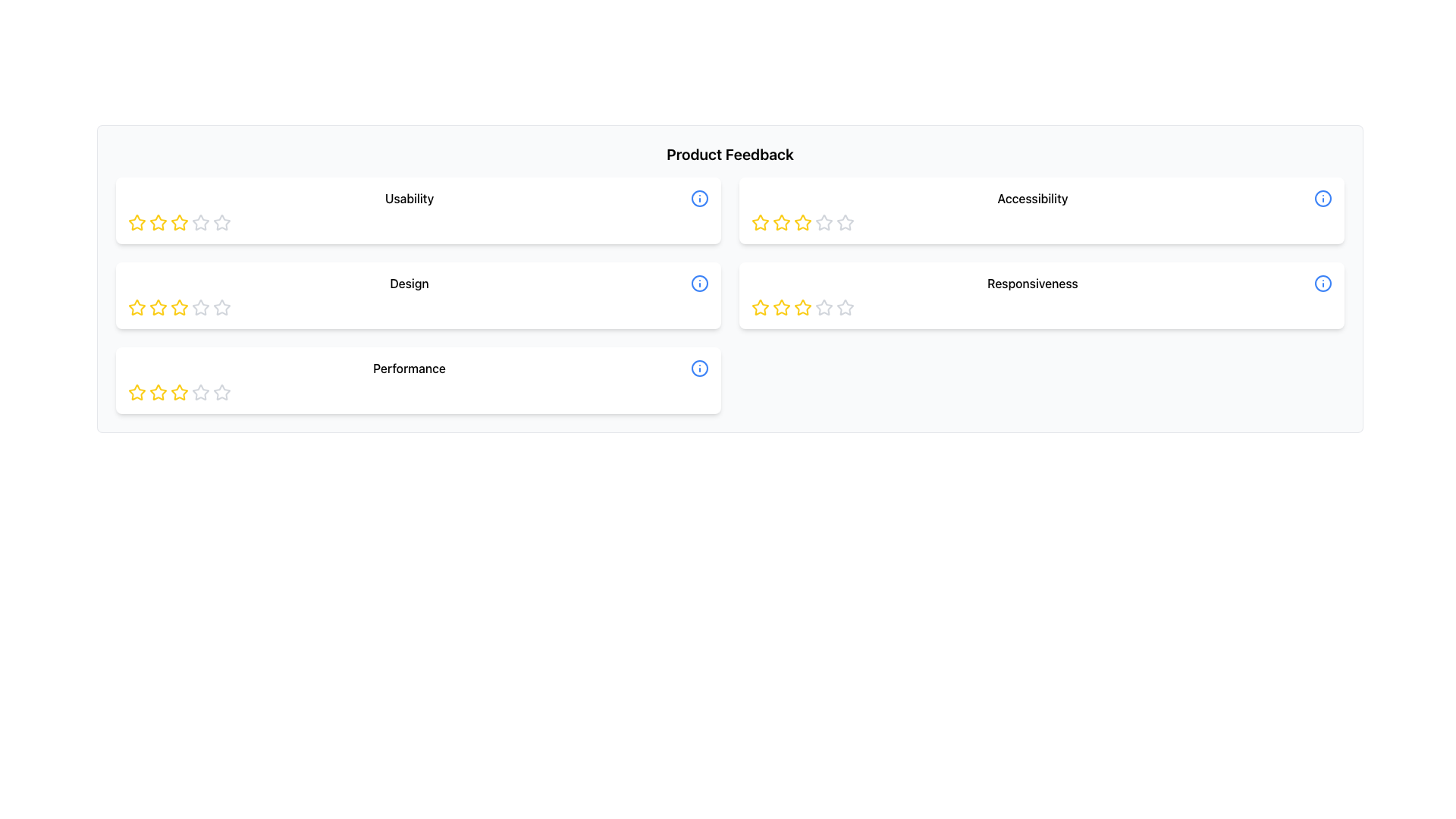  What do you see at coordinates (801, 222) in the screenshot?
I see `the second star icon in the 'Accessibility' rating system` at bounding box center [801, 222].